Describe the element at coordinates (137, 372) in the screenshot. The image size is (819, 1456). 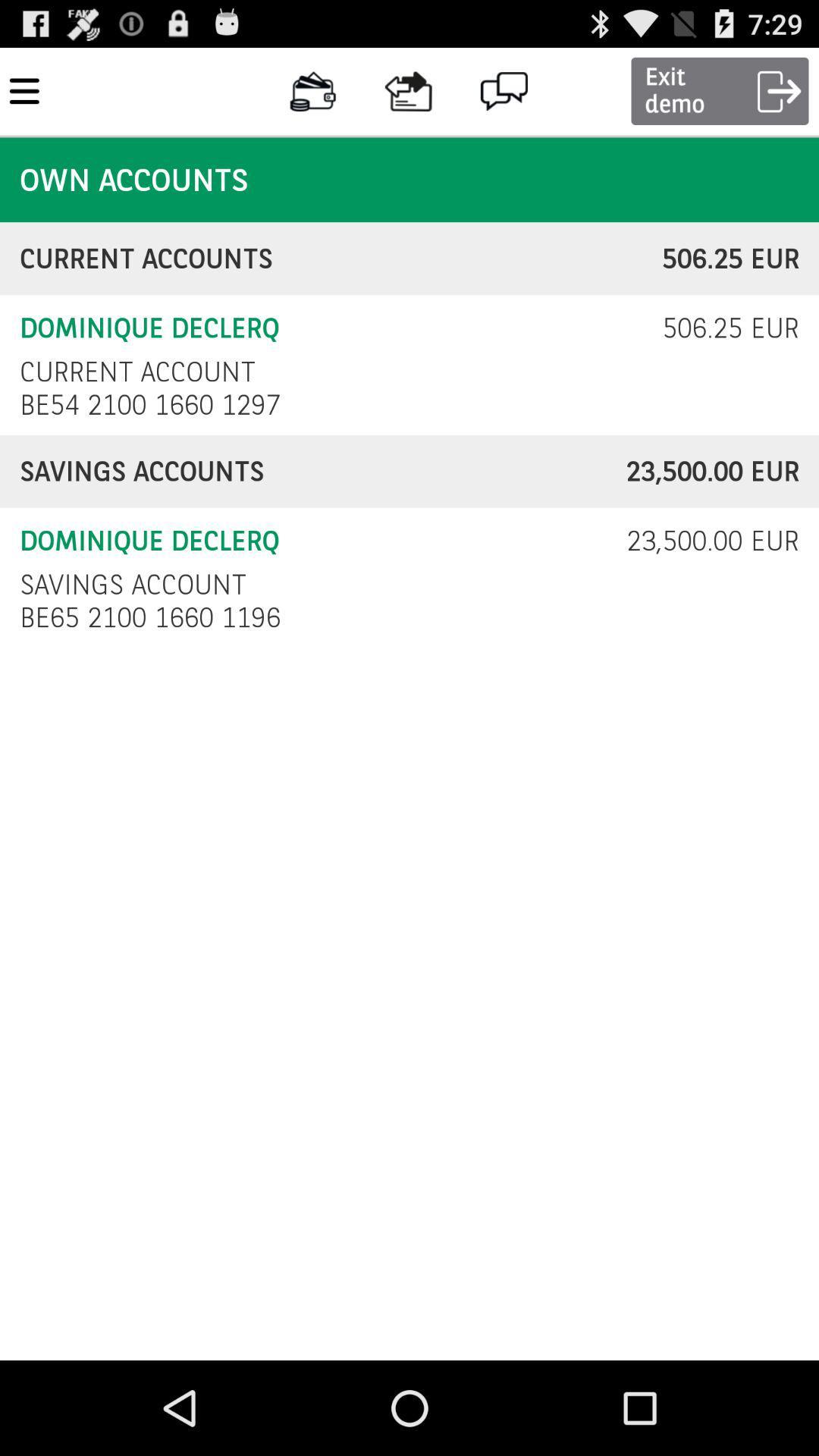
I see `the item above the be54 2100 1660 icon` at that location.